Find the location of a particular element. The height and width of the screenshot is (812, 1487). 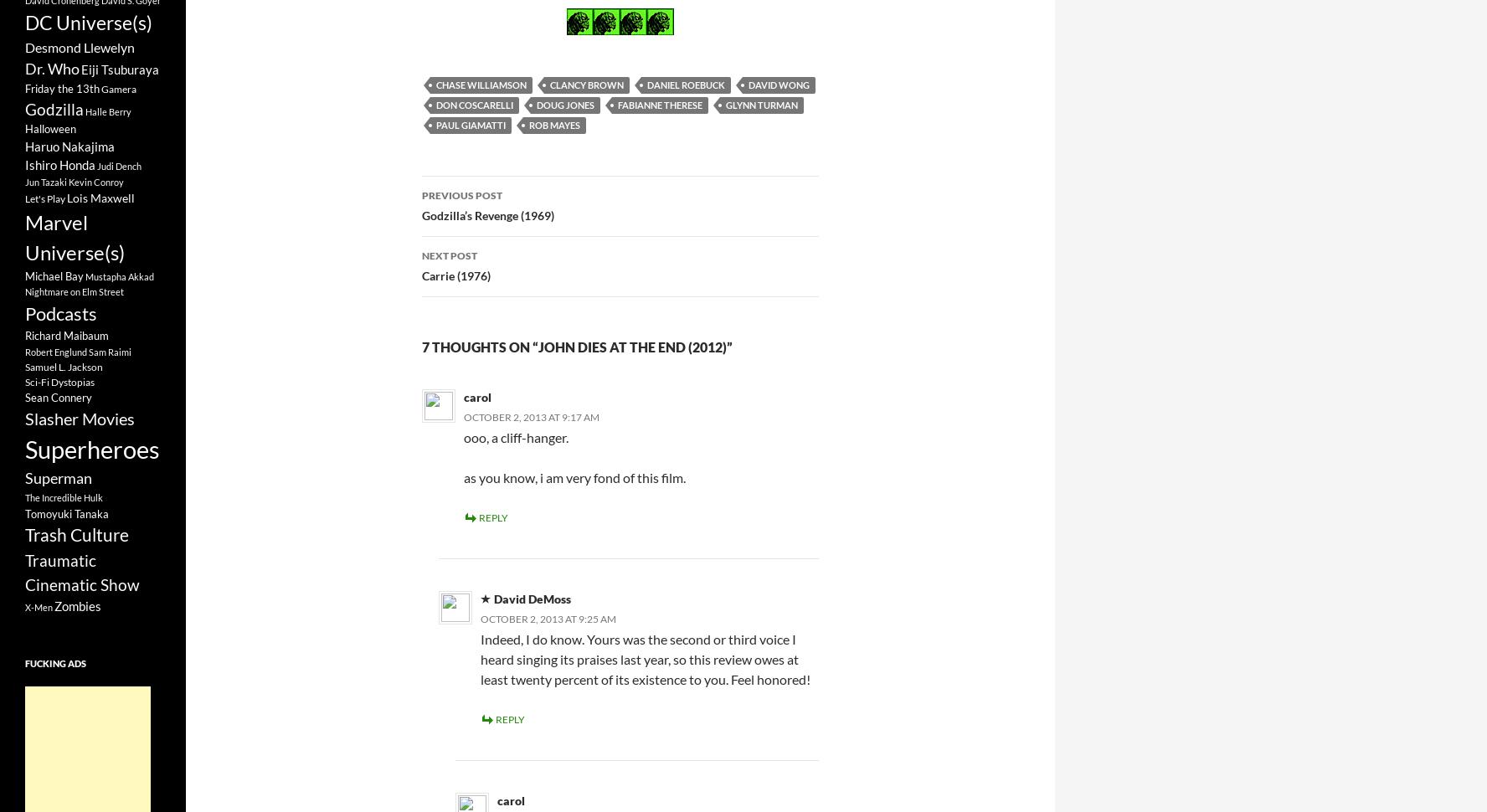

'Robert Englund' is located at coordinates (54, 351).